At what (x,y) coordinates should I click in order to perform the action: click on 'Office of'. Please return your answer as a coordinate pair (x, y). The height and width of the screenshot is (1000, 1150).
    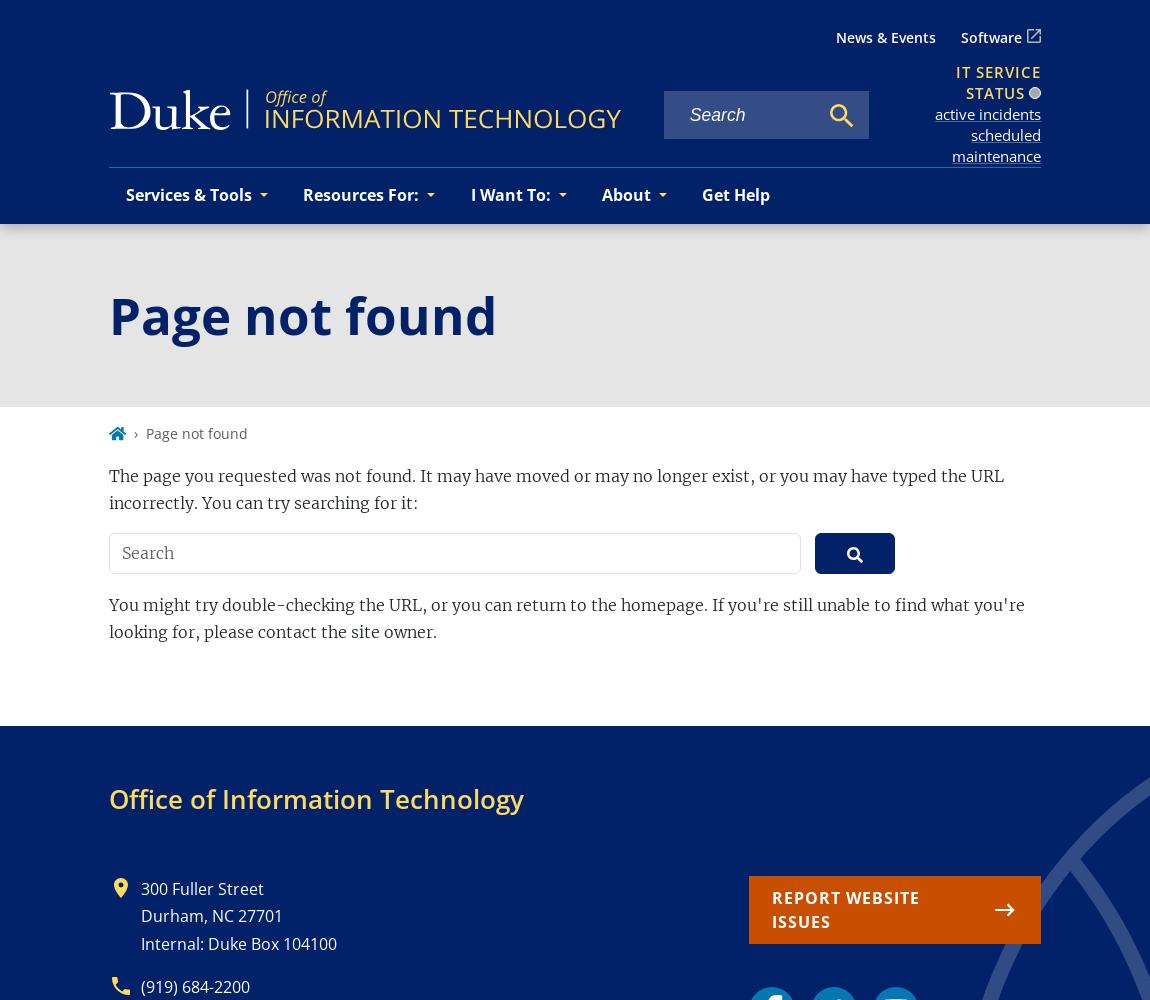
    Looking at the image, I should click on (160, 799).